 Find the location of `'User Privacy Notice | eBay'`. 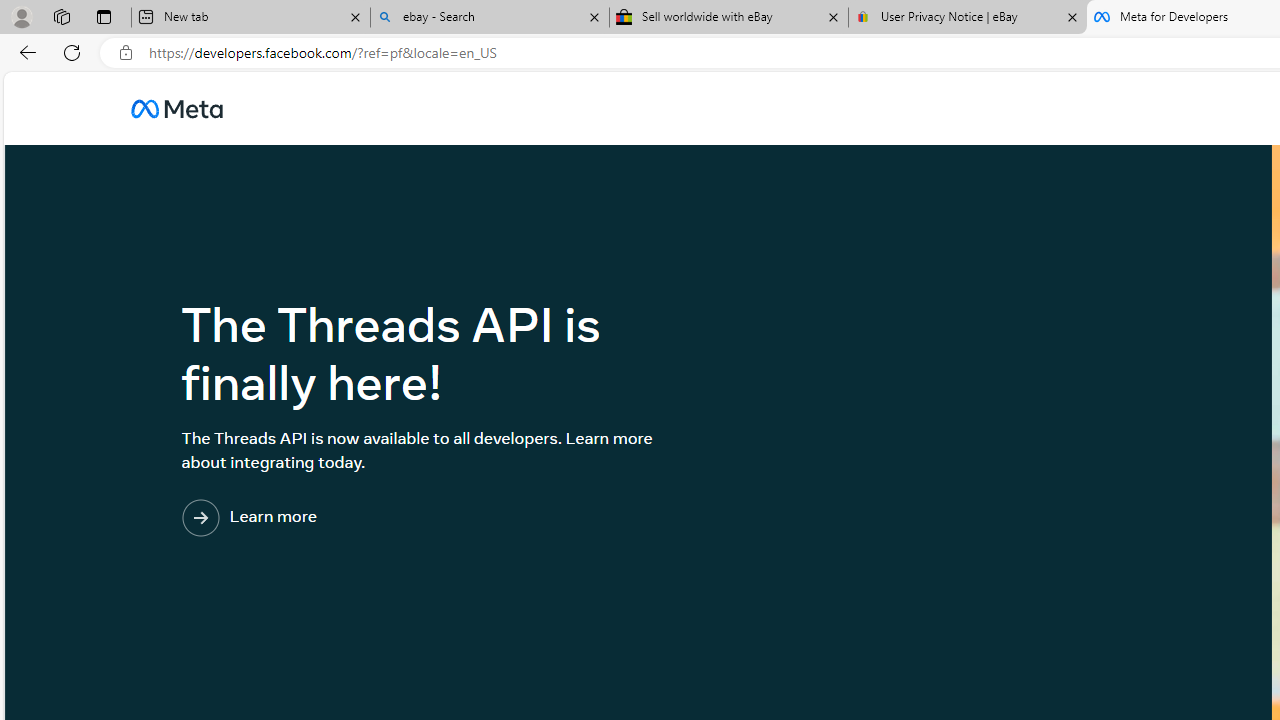

'User Privacy Notice | eBay' is located at coordinates (967, 17).